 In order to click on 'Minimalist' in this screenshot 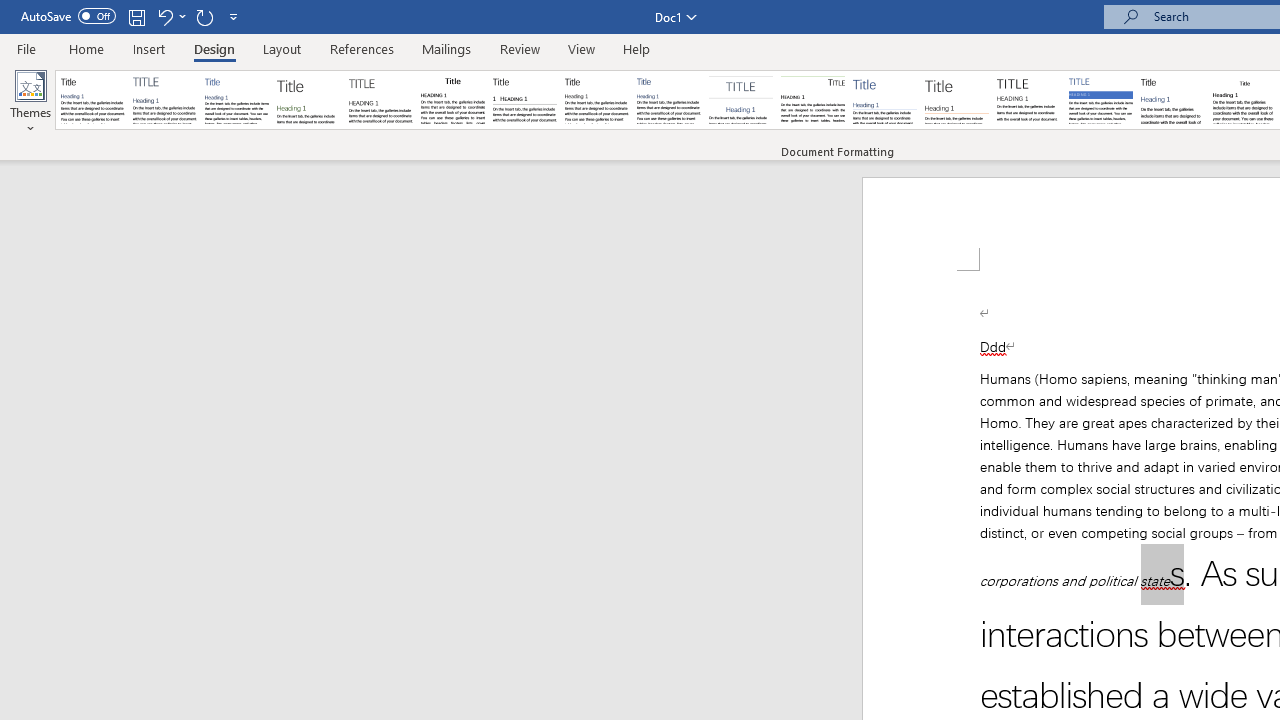, I will do `click(1029, 100)`.